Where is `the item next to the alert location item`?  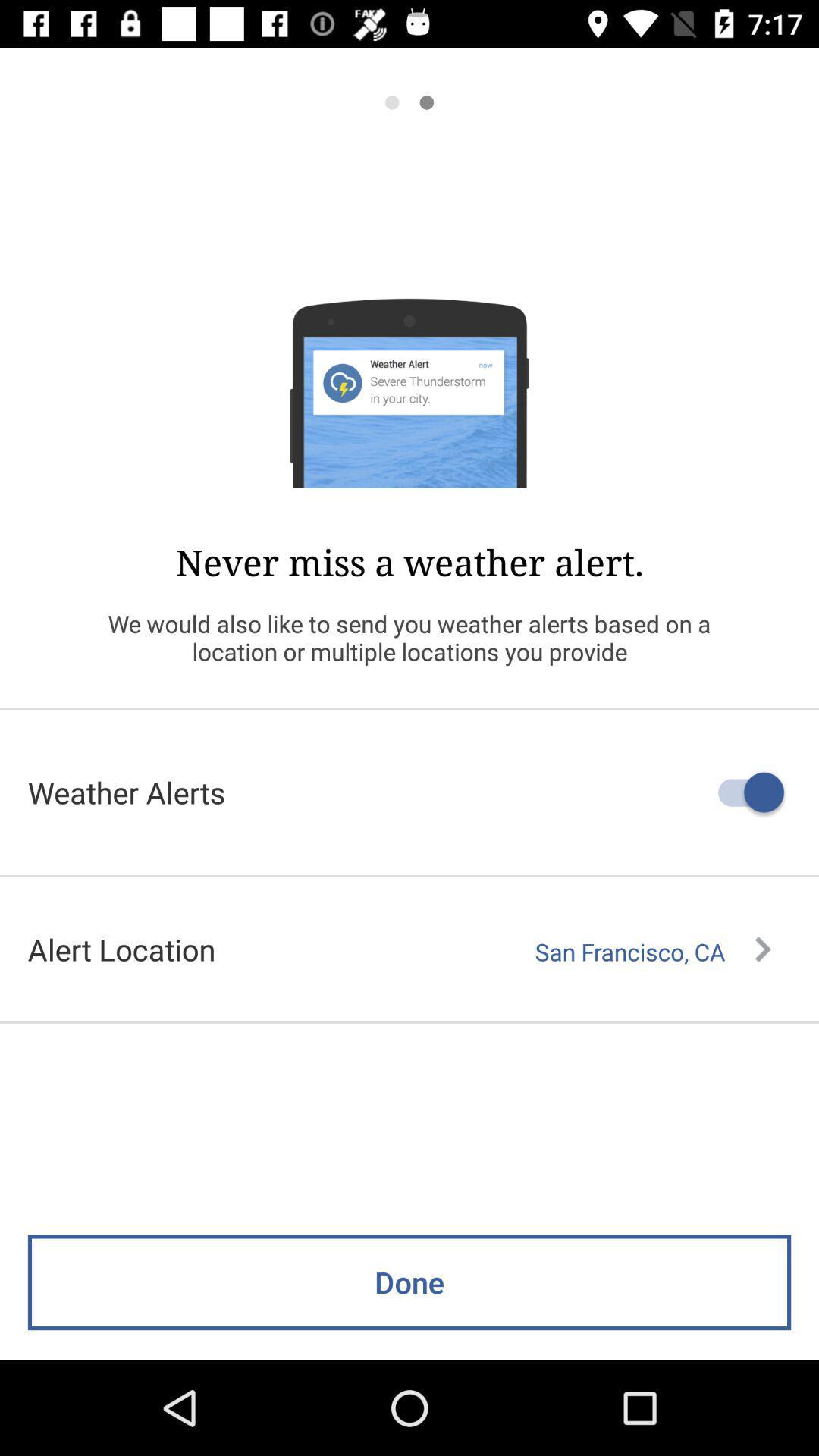
the item next to the alert location item is located at coordinates (652, 951).